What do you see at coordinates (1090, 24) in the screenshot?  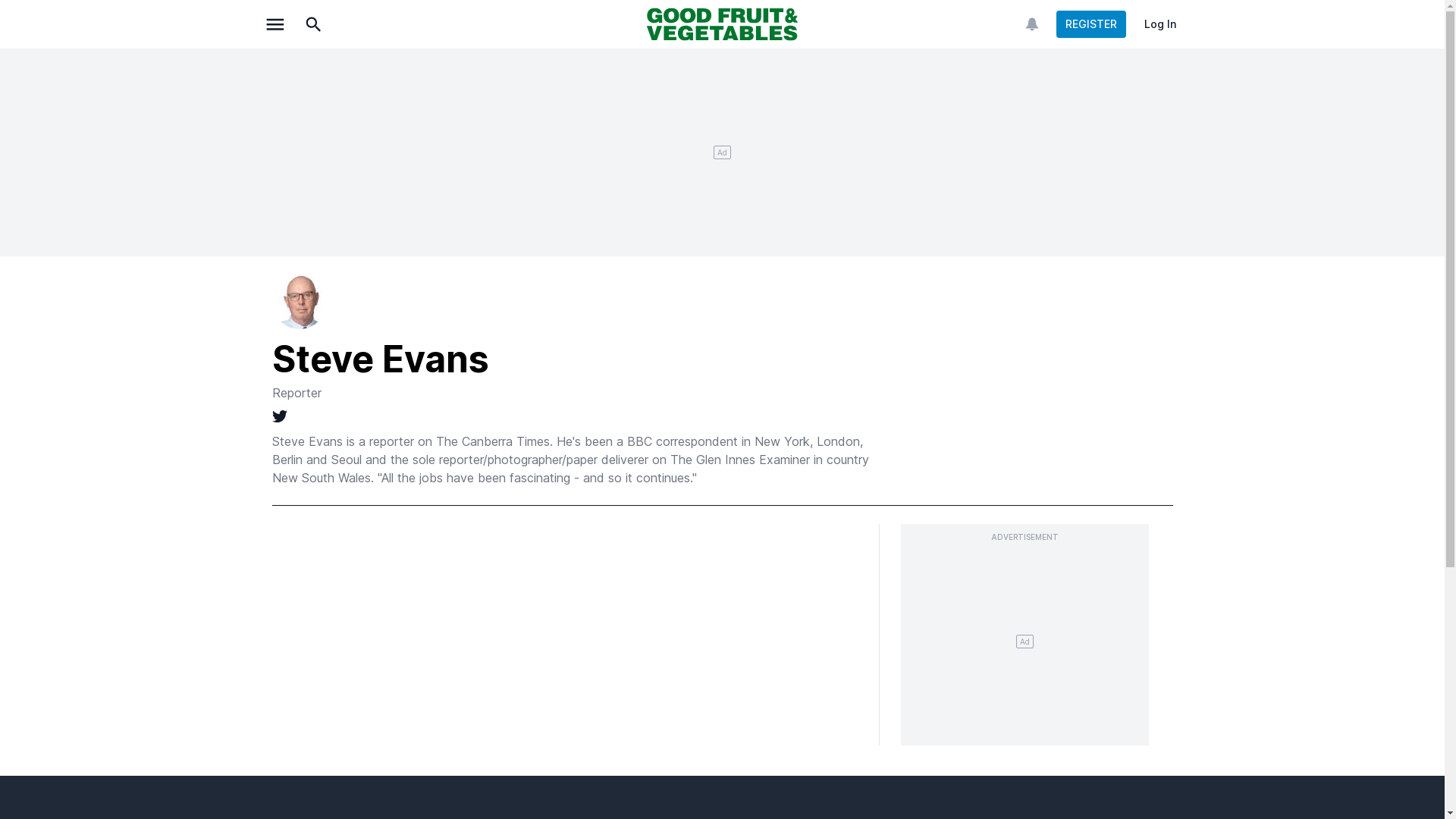 I see `'REGISTER'` at bounding box center [1090, 24].